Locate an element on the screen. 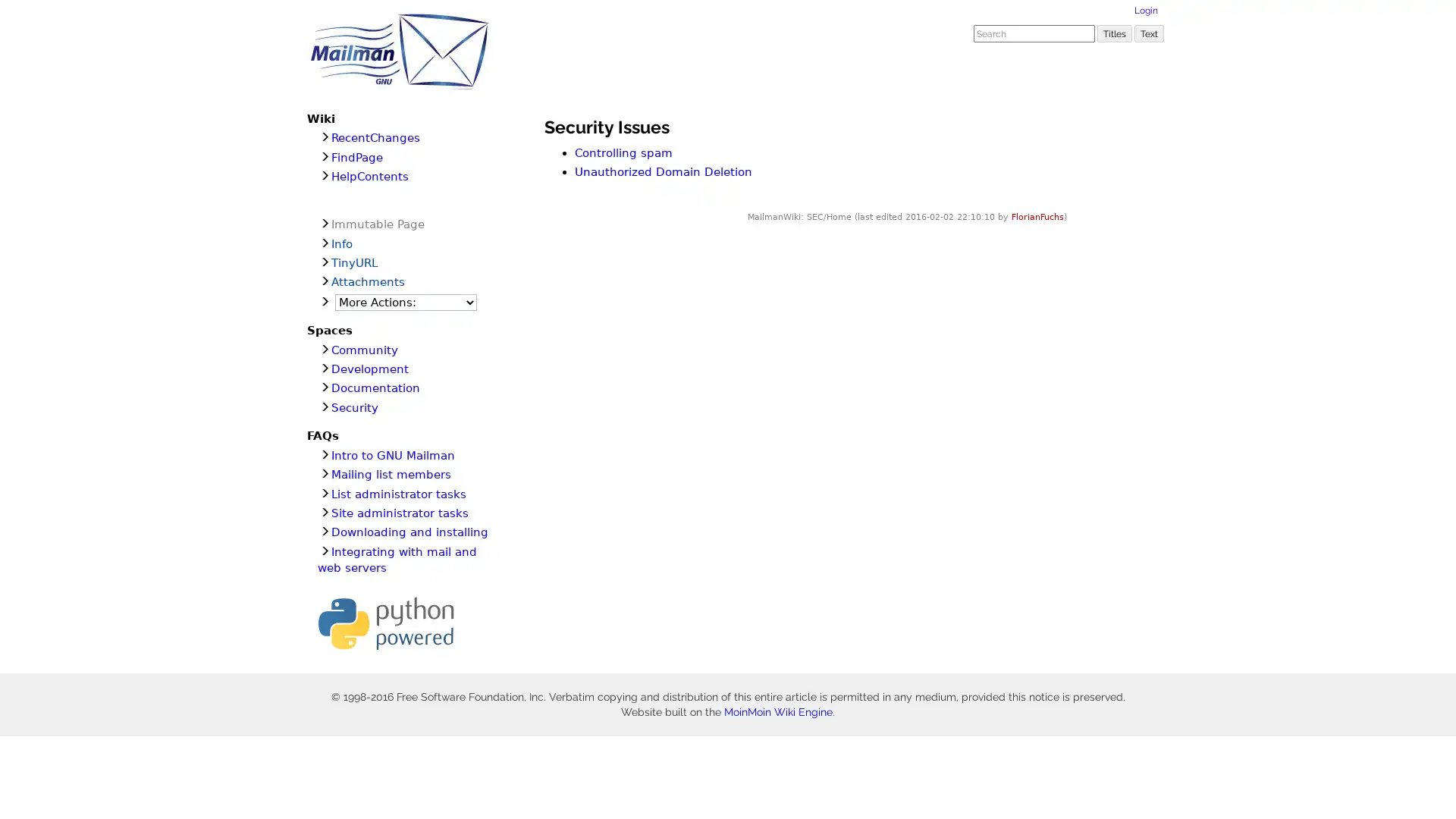 This screenshot has width=1456, height=819. Text is located at coordinates (1149, 33).